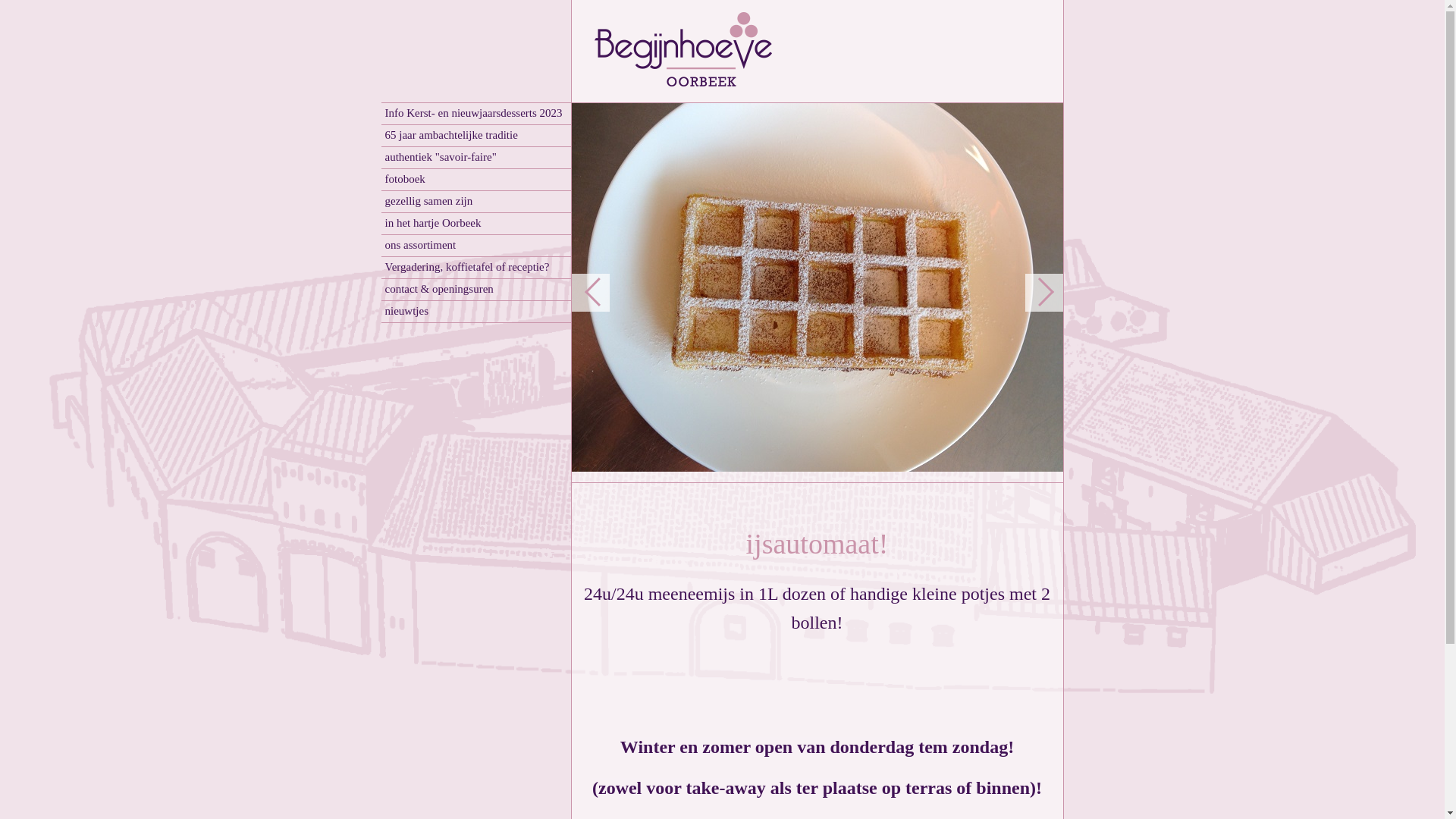  I want to click on 'contact & openingsuren', so click(475, 290).